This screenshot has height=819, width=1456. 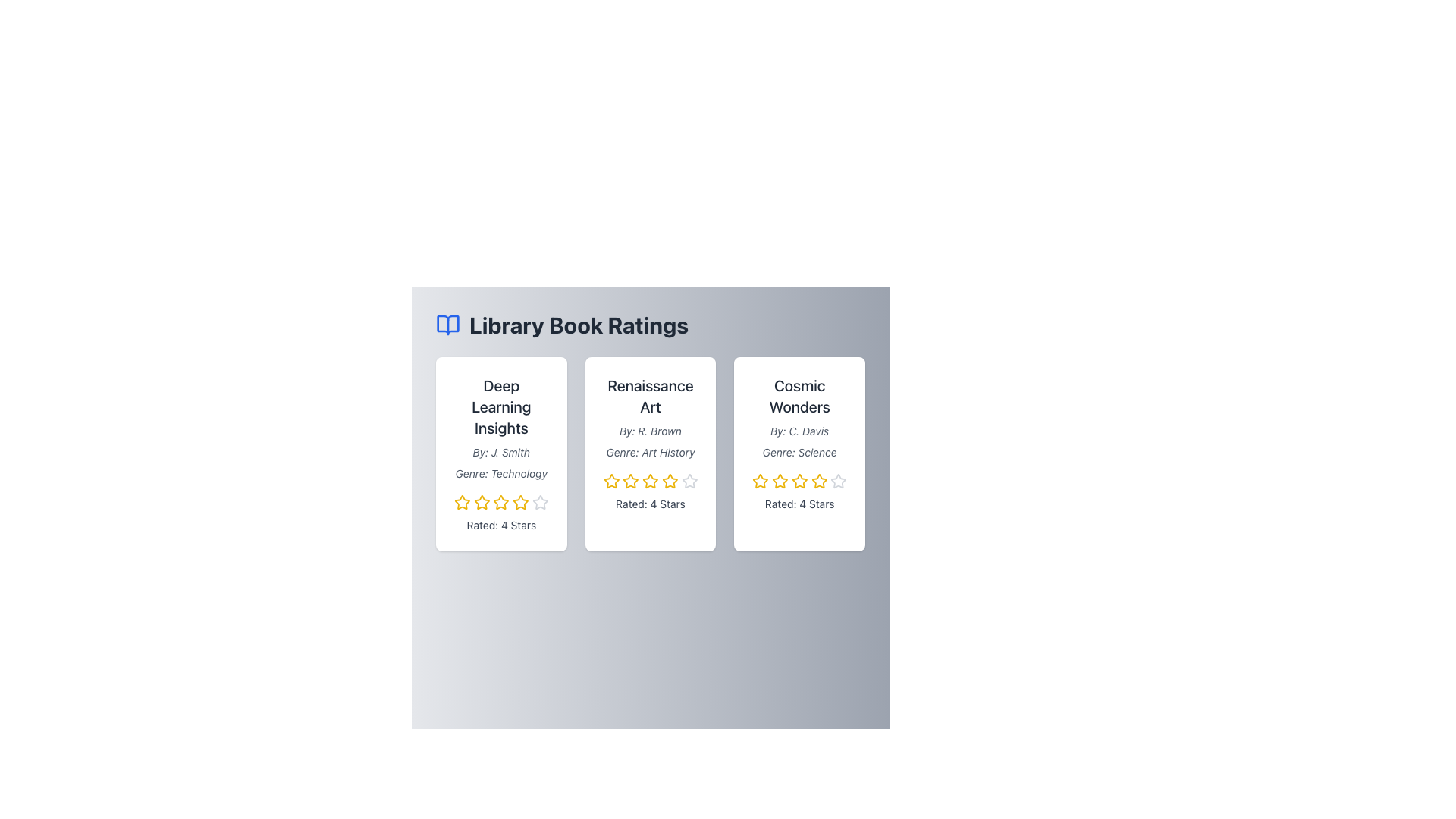 What do you see at coordinates (651, 482) in the screenshot?
I see `the fourth star icon in the rating section for the book 'Renaissance Art'` at bounding box center [651, 482].